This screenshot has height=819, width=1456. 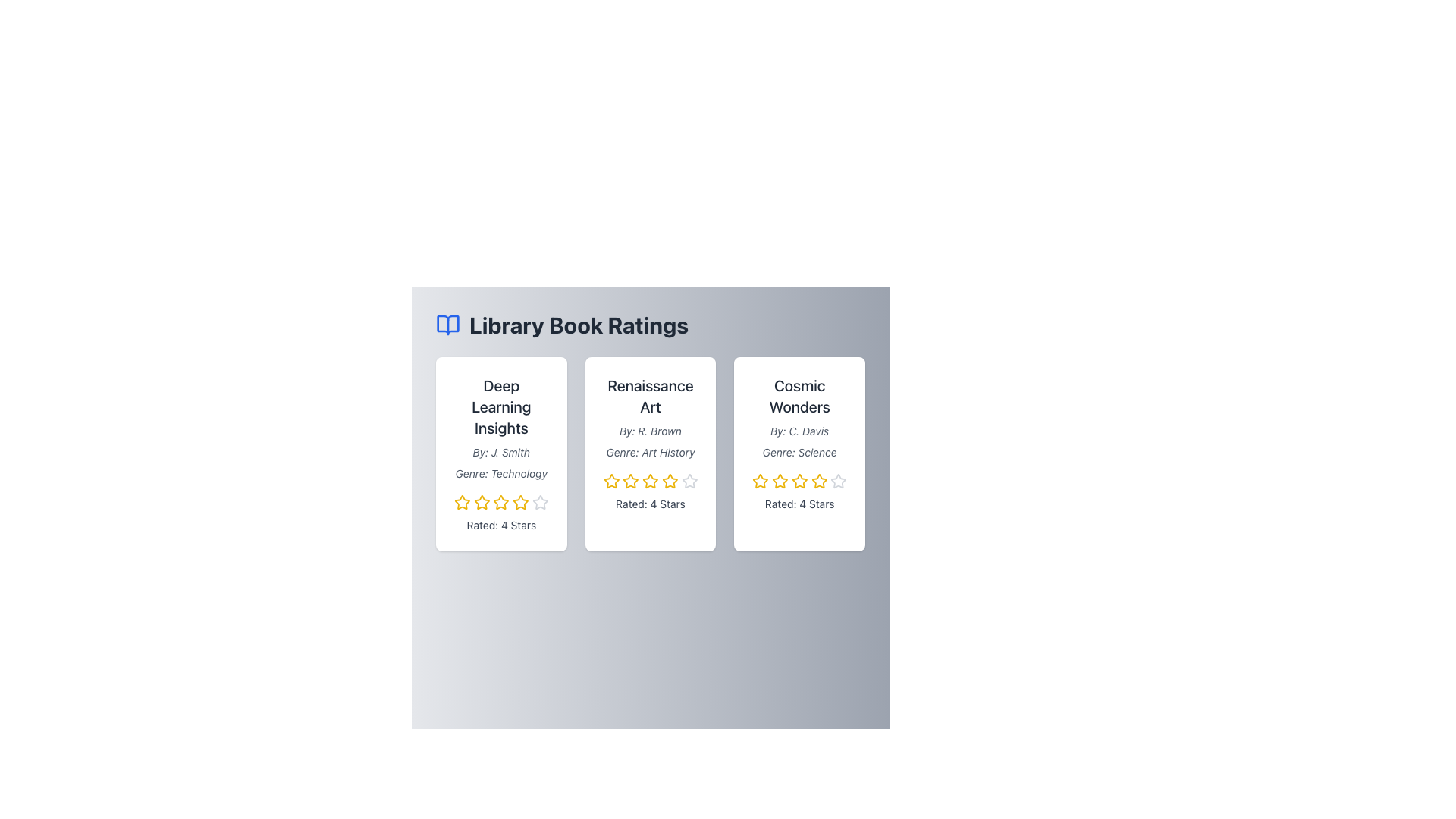 What do you see at coordinates (651, 482) in the screenshot?
I see `the fourth star icon in the rating section for the book 'Renaissance Art'` at bounding box center [651, 482].